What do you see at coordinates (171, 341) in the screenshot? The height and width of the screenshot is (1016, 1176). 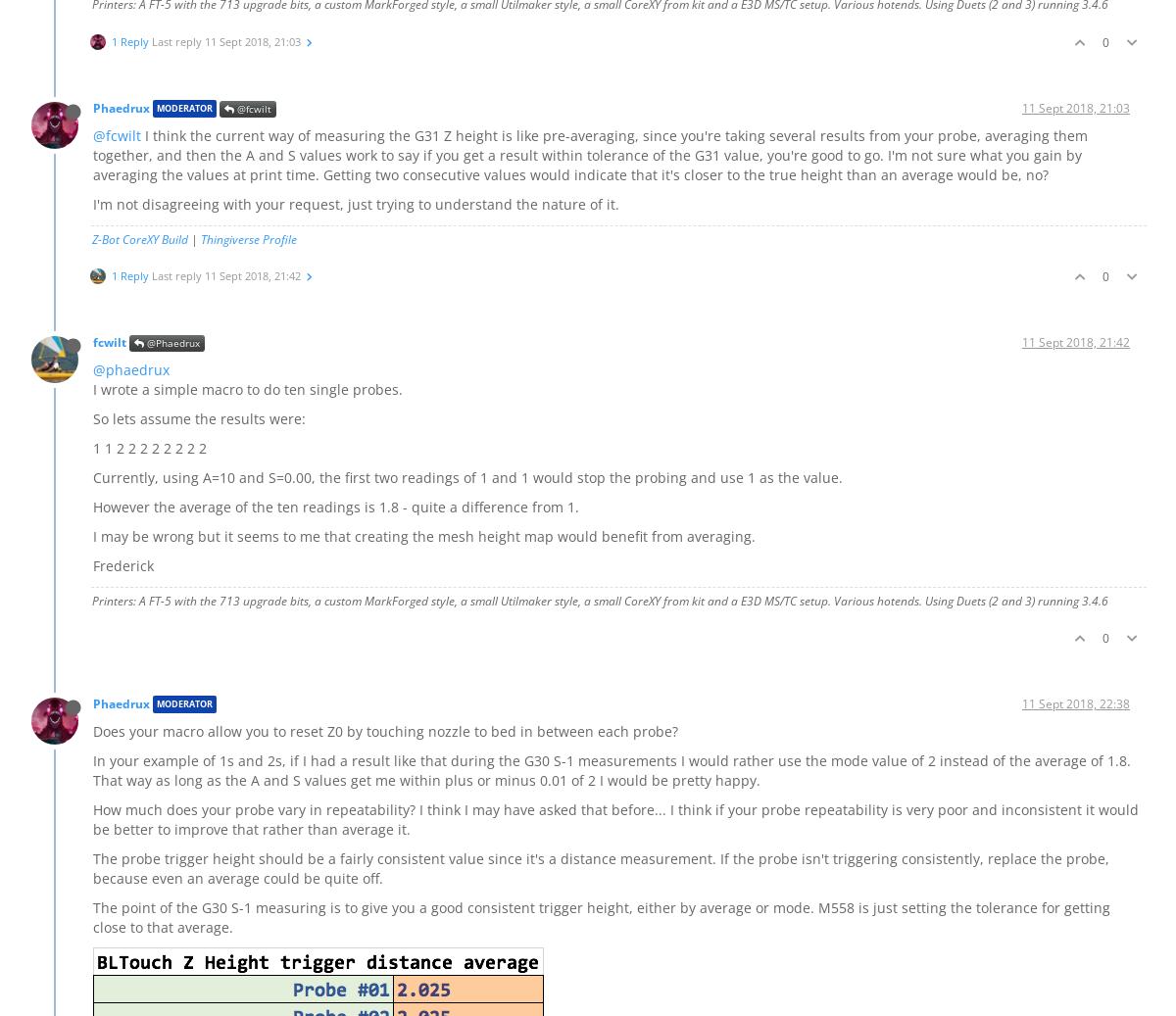 I see `'@Phaedrux'` at bounding box center [171, 341].